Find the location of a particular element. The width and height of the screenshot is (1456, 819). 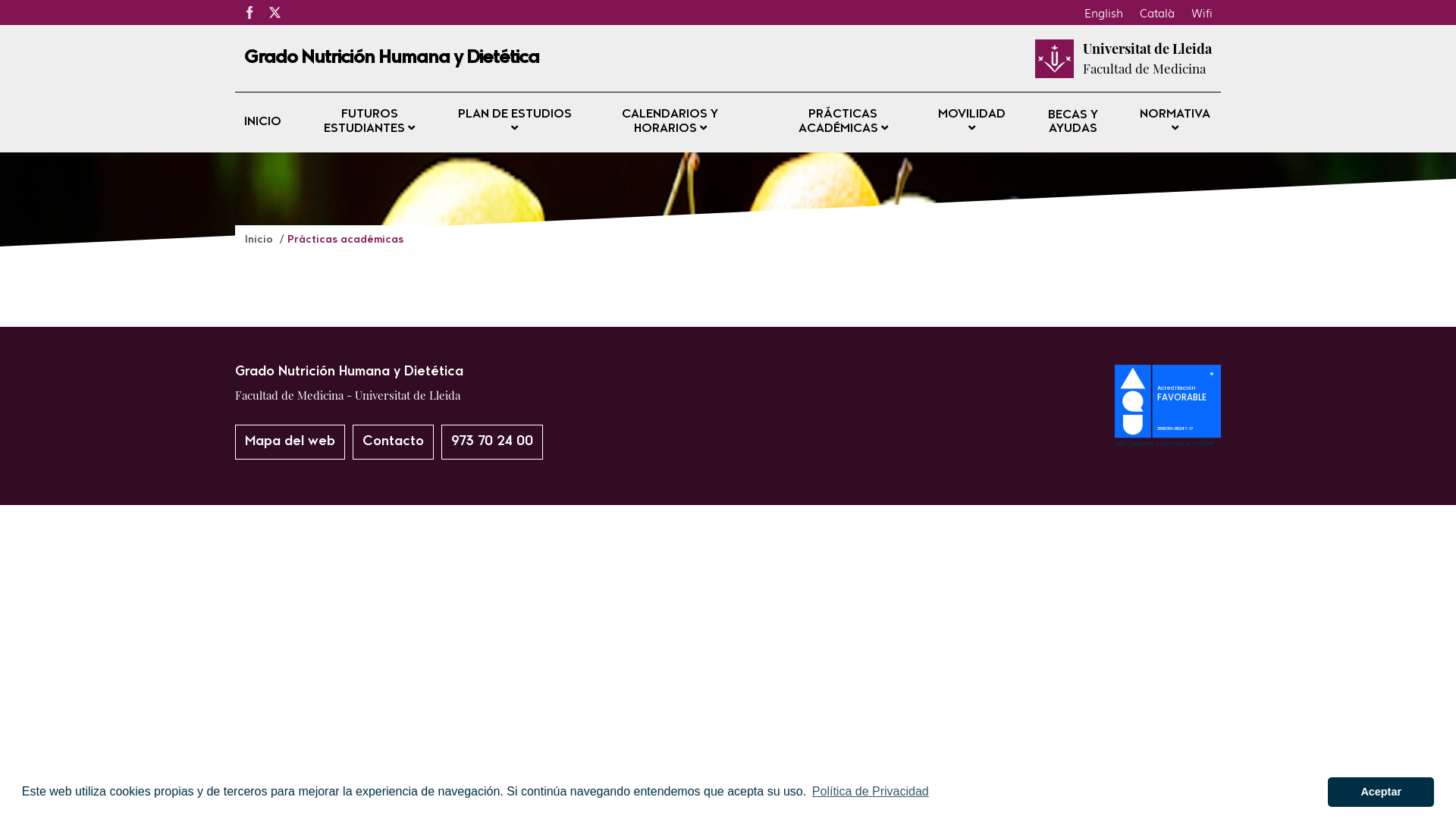

'Aceptar' is located at coordinates (1380, 791).